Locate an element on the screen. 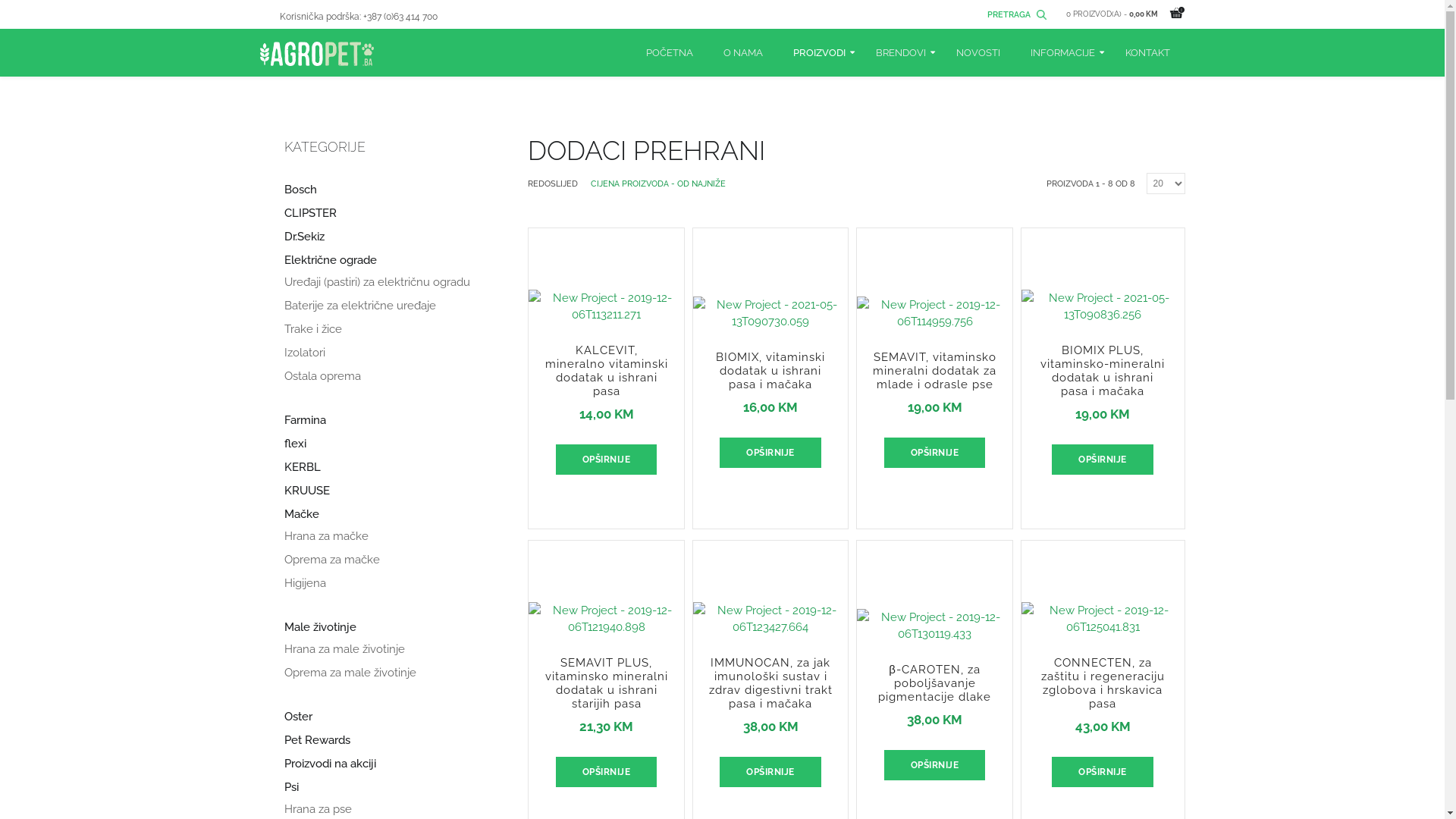 The image size is (1456, 819). 'BRENDOVI' is located at coordinates (859, 52).